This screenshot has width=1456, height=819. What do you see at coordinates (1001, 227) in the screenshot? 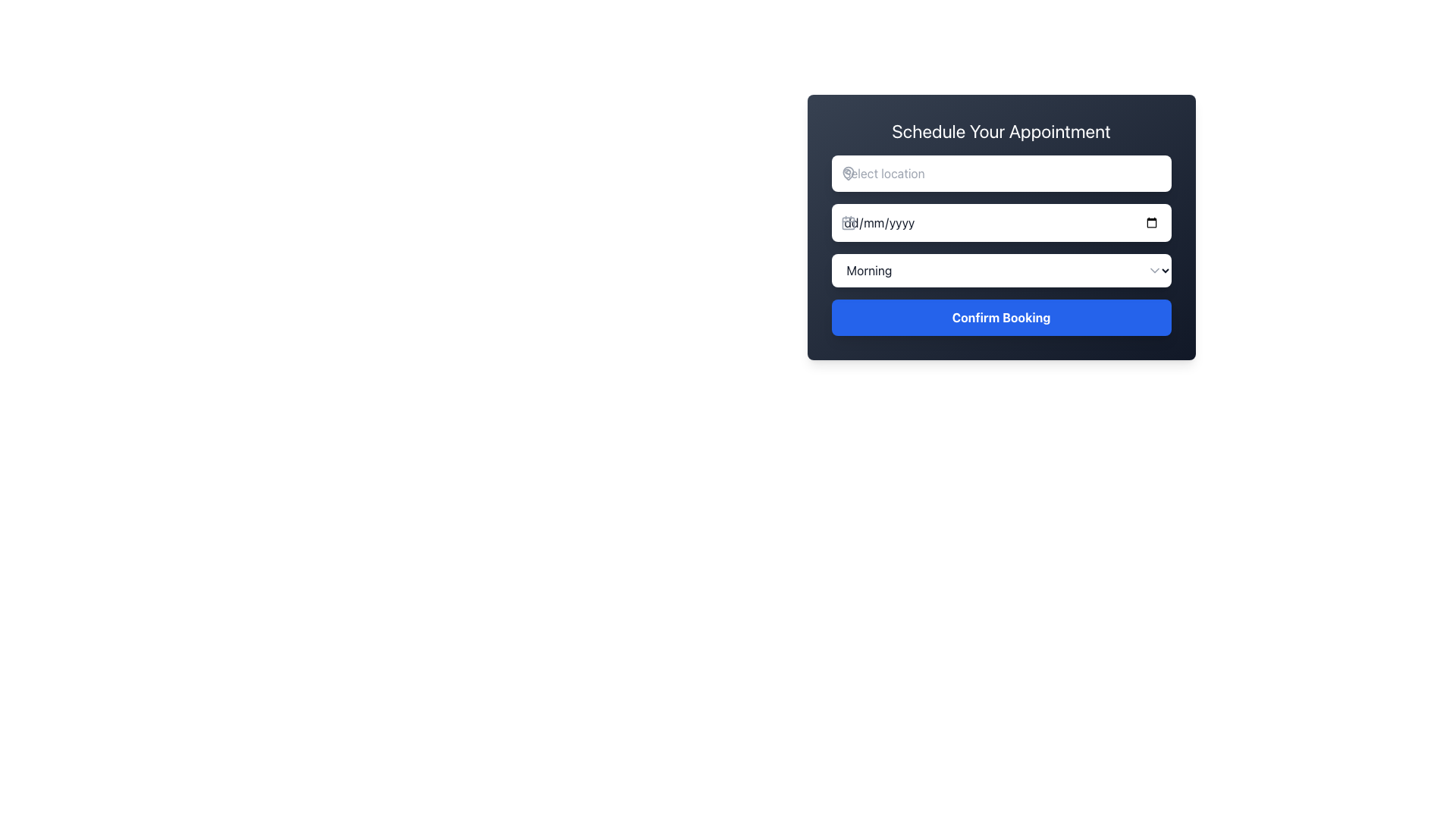
I see `a date from the calendar by clicking on the text input field with placeholder 'dd/mm/yyyy' and a calendar icon, which is the second input field in the vertical sequence` at bounding box center [1001, 227].